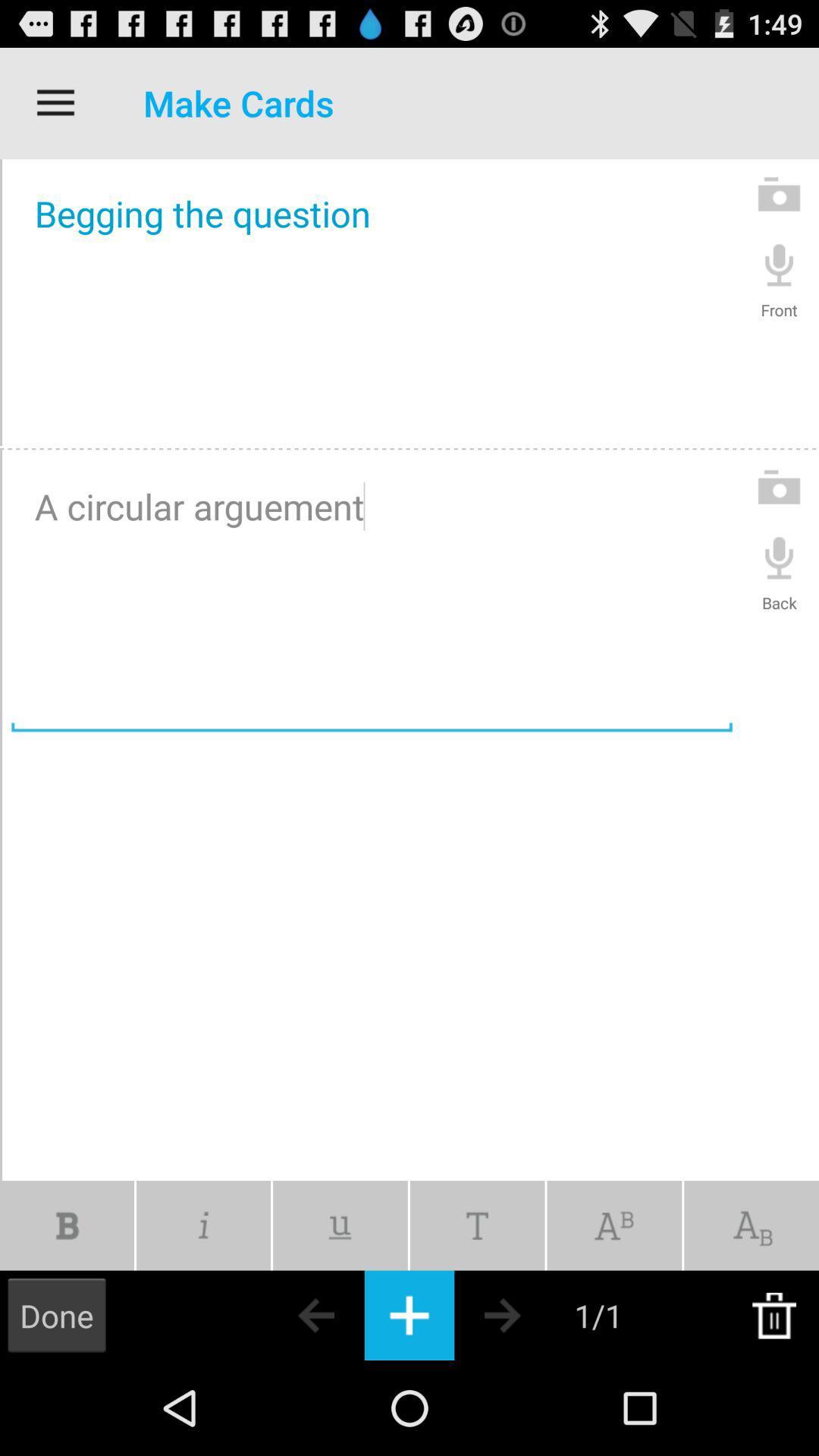 The width and height of the screenshot is (819, 1456). I want to click on the microphone icon, so click(779, 595).